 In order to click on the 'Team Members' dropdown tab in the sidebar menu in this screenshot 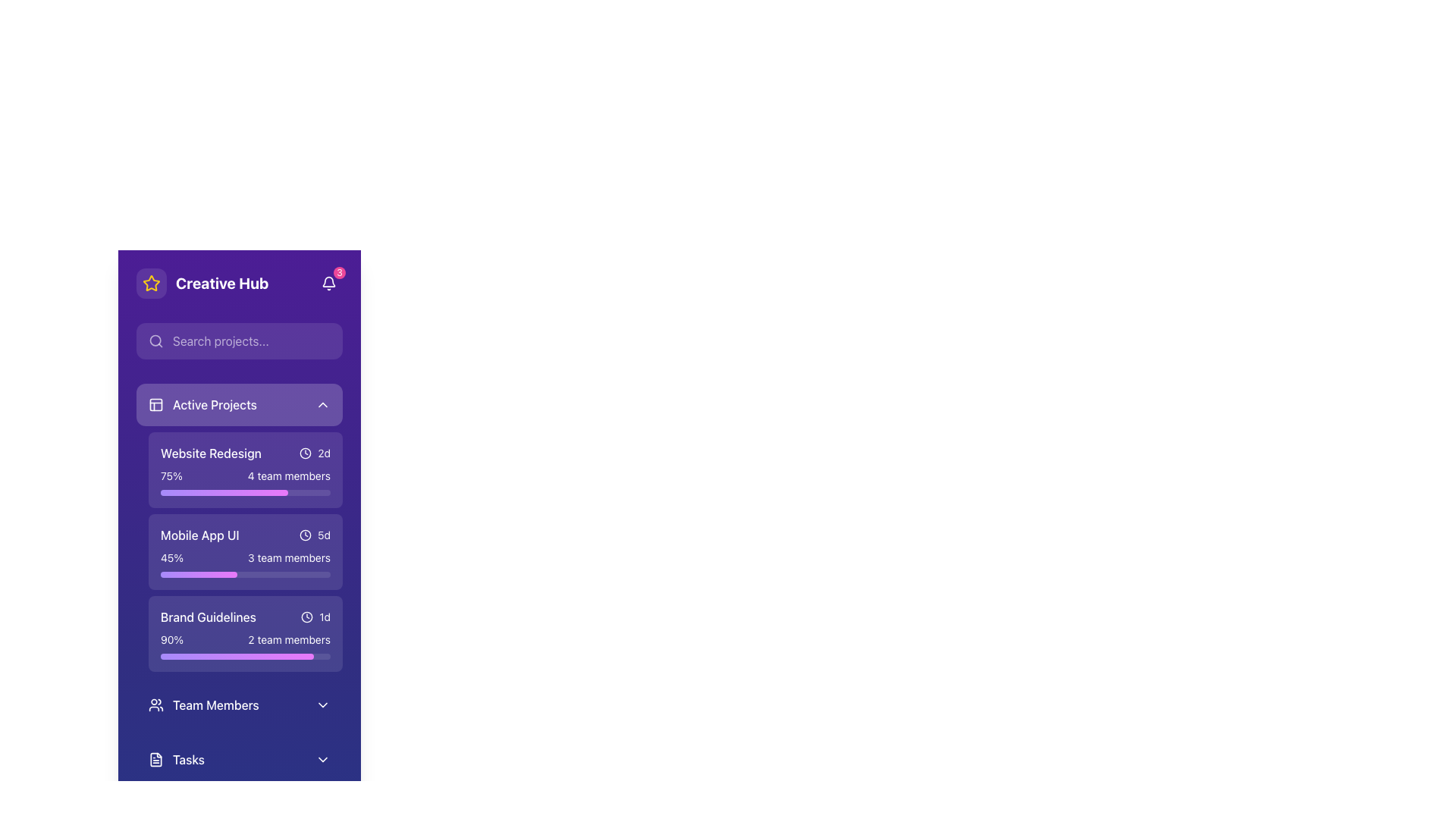, I will do `click(239, 704)`.